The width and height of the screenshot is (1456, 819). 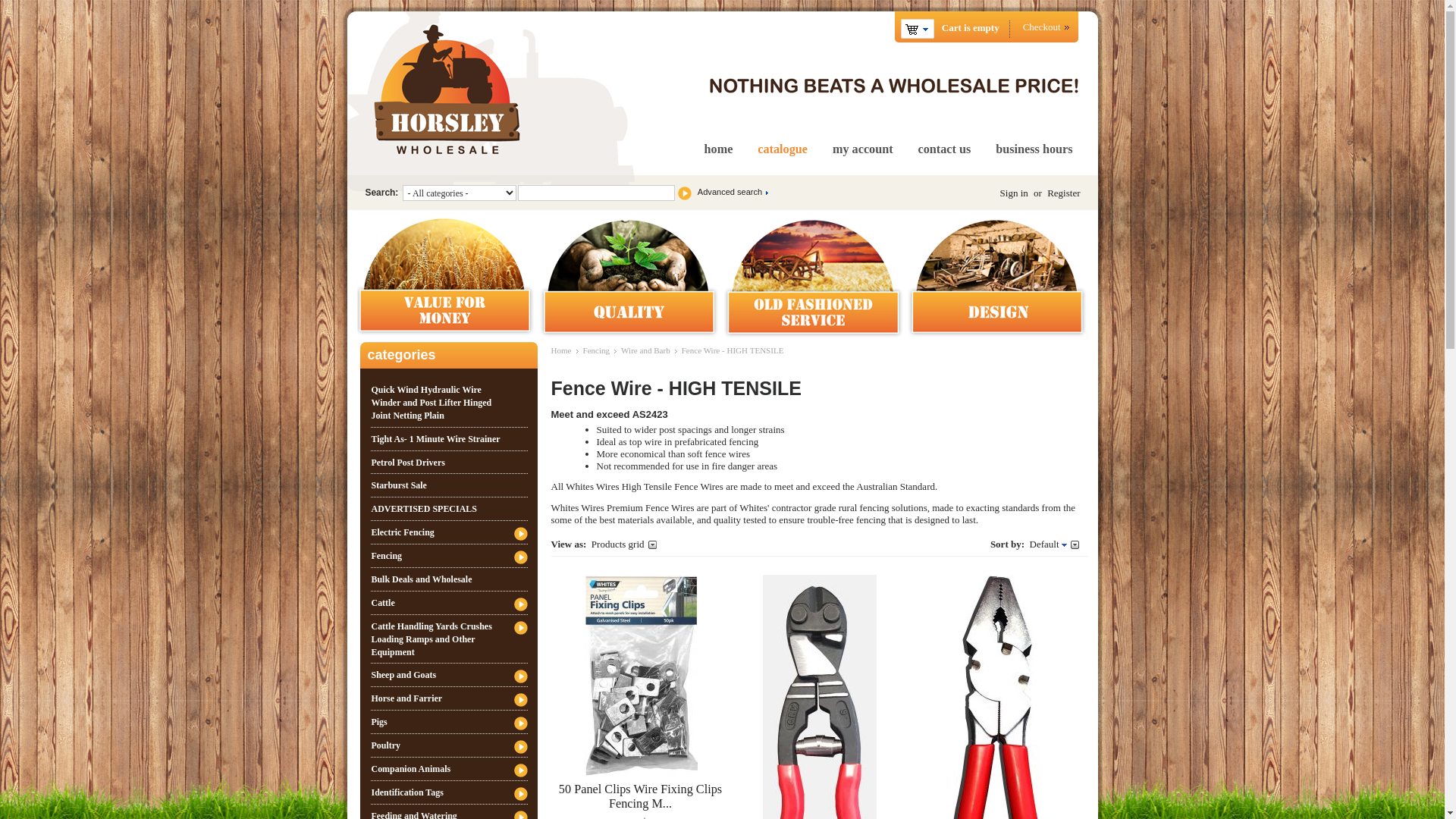 I want to click on 'ADVERTISED SPECIALS', so click(x=447, y=509).